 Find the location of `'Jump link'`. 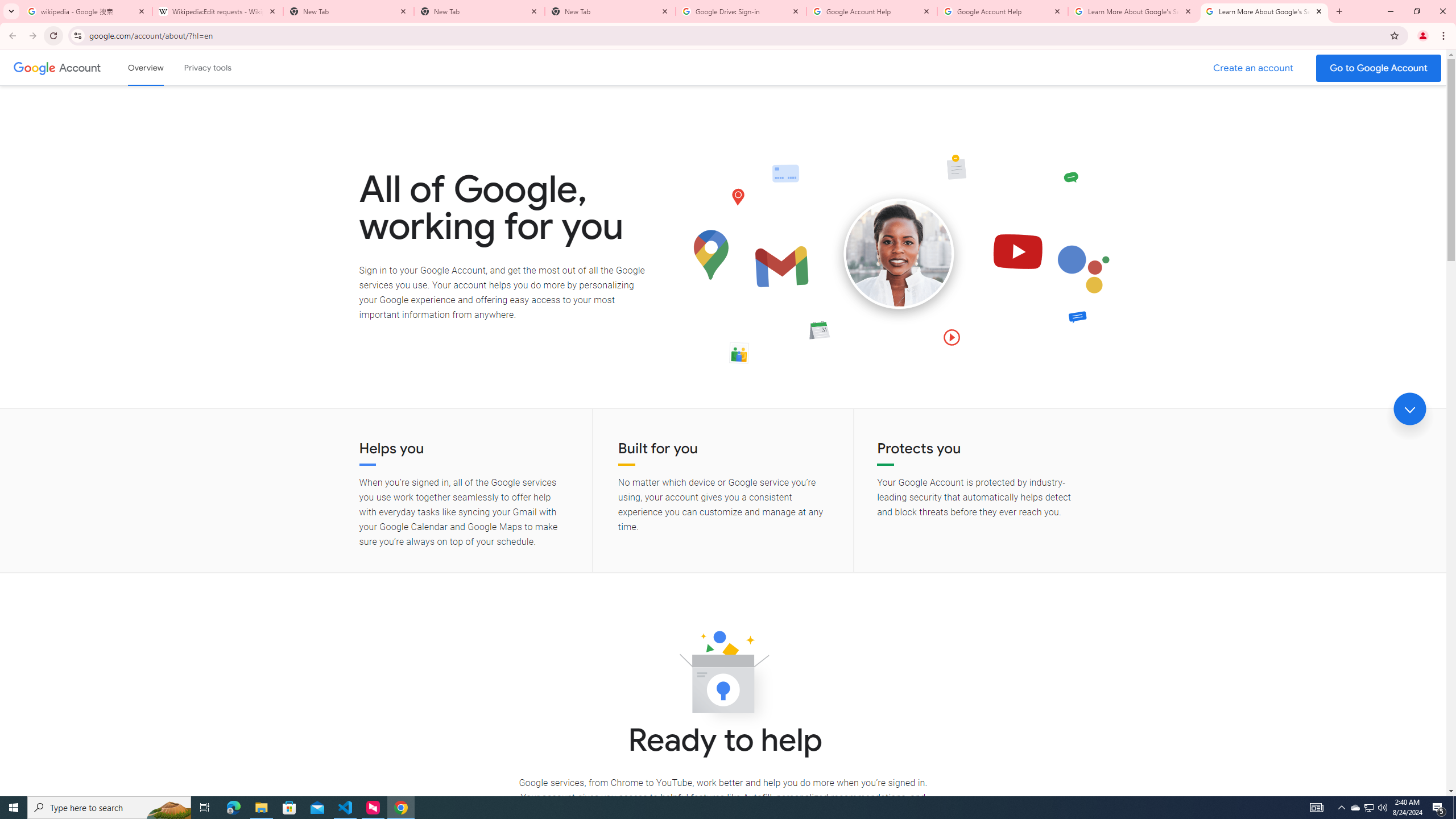

'Jump link' is located at coordinates (1409, 409).